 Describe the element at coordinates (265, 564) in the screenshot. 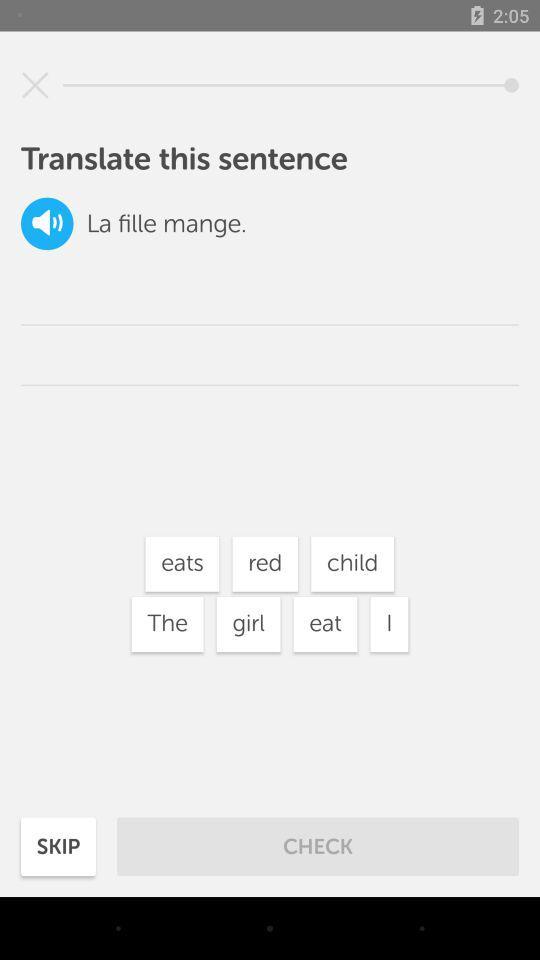

I see `icon below the mange. item` at that location.